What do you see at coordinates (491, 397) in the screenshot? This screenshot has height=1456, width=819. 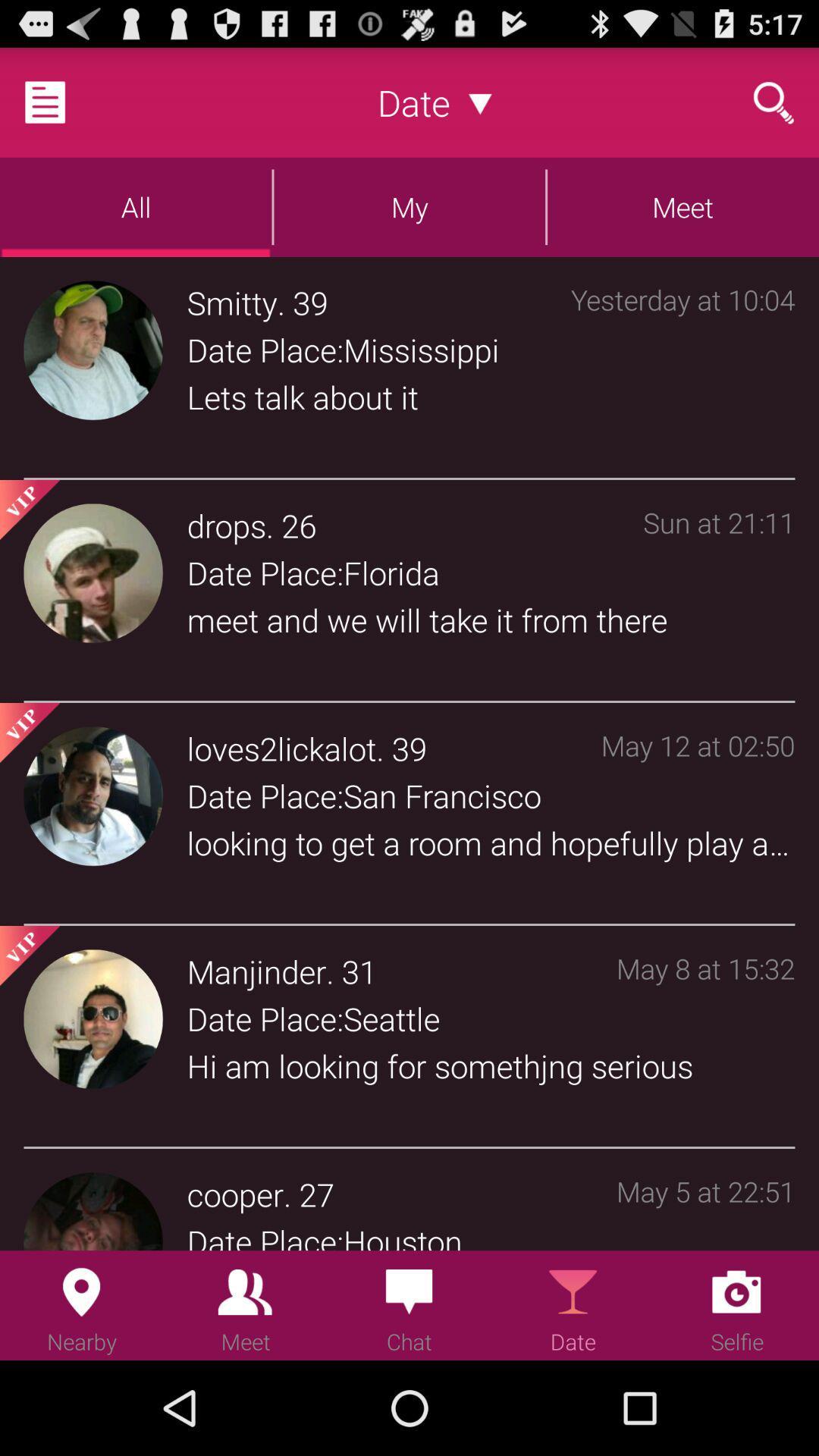 I see `lets talk about app` at bounding box center [491, 397].